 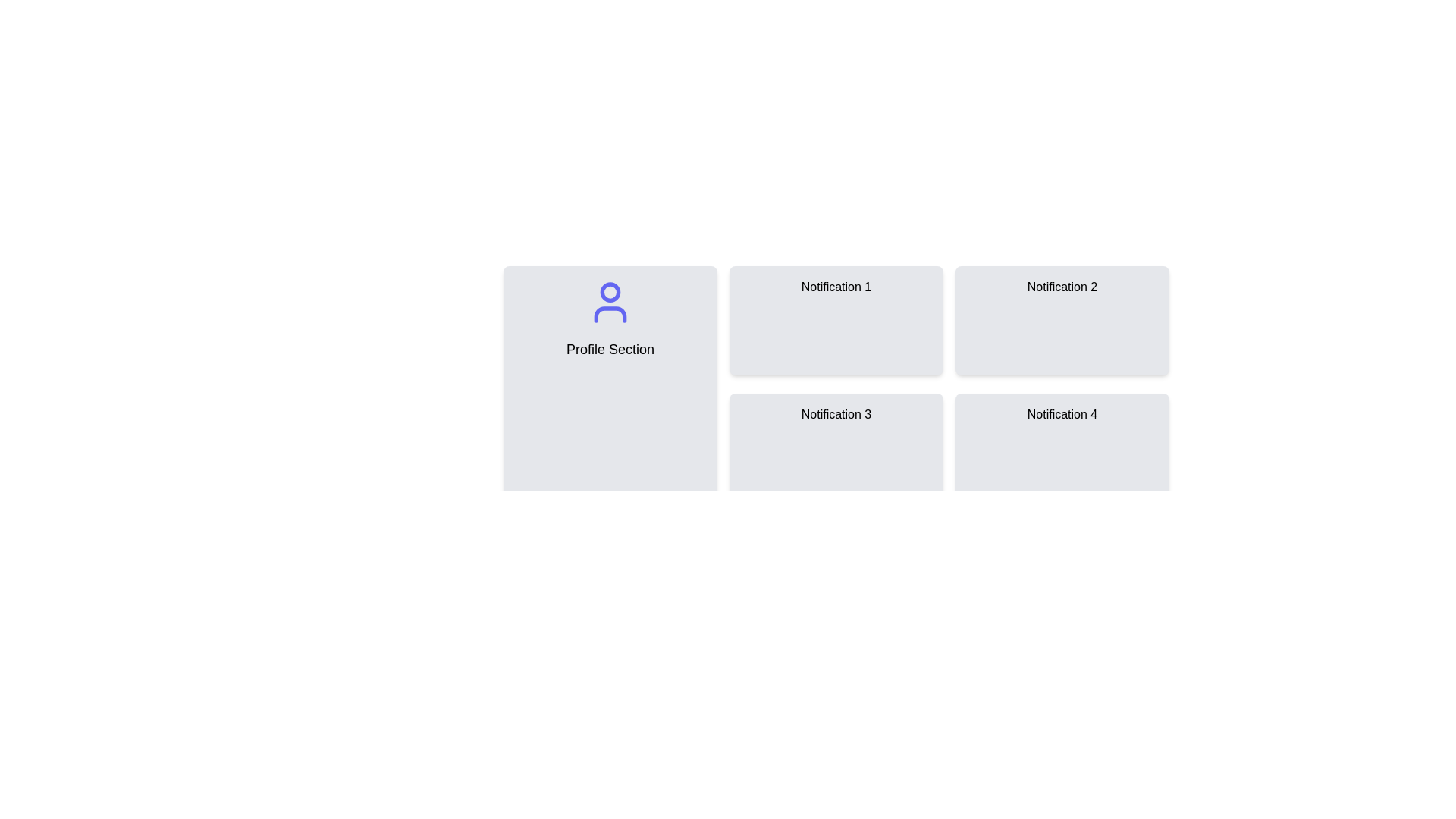 I want to click on the user profile card component located at the upper left corner of the two-column grid, so click(x=610, y=386).